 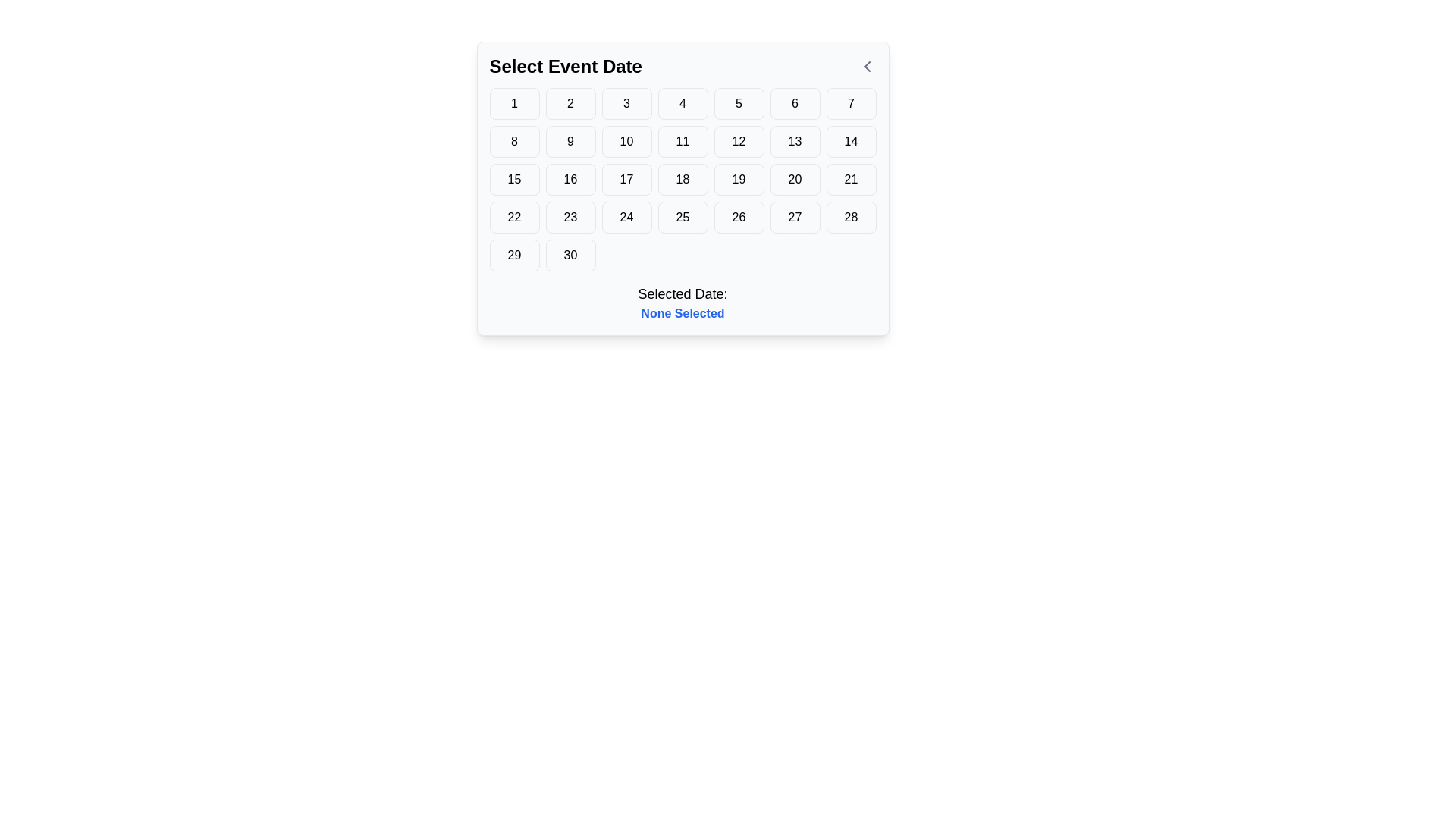 I want to click on the square button with rounded corners that displays the text '6', so click(x=794, y=103).